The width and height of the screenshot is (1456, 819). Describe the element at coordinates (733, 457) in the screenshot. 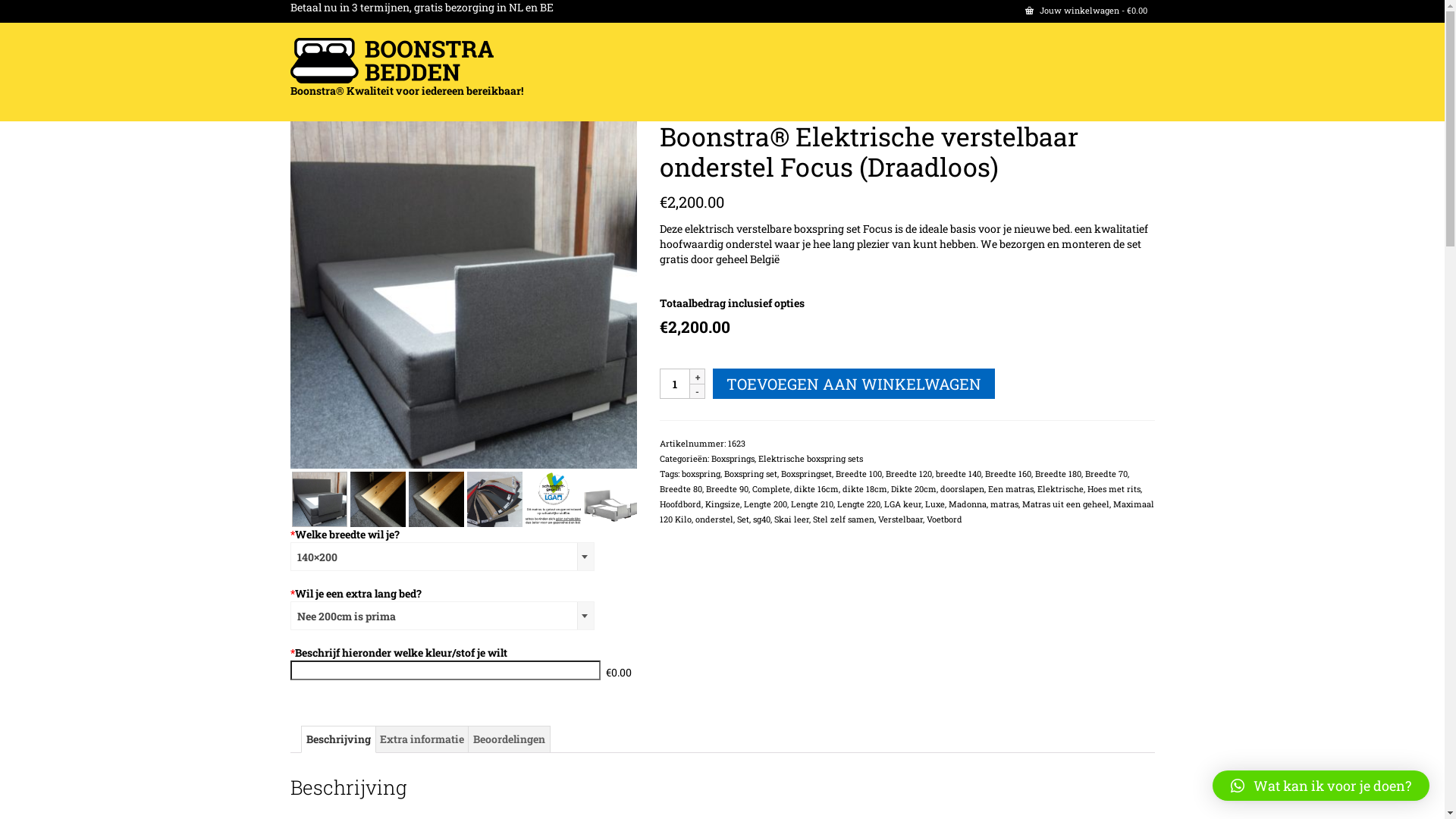

I see `'Boxsprings'` at that location.